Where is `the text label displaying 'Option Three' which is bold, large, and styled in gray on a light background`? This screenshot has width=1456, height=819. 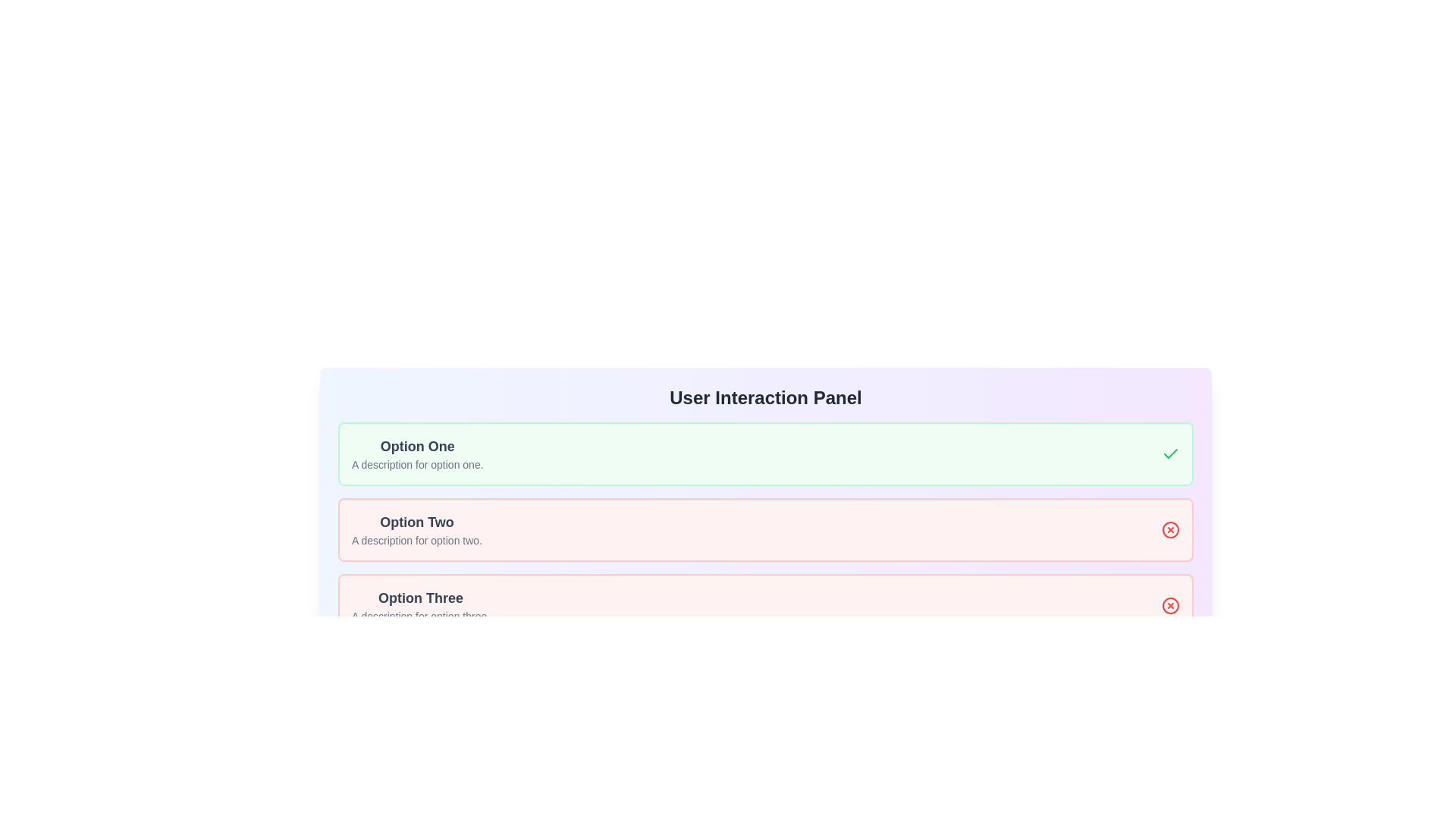 the text label displaying 'Option Three' which is bold, large, and styled in gray on a light background is located at coordinates (421, 598).